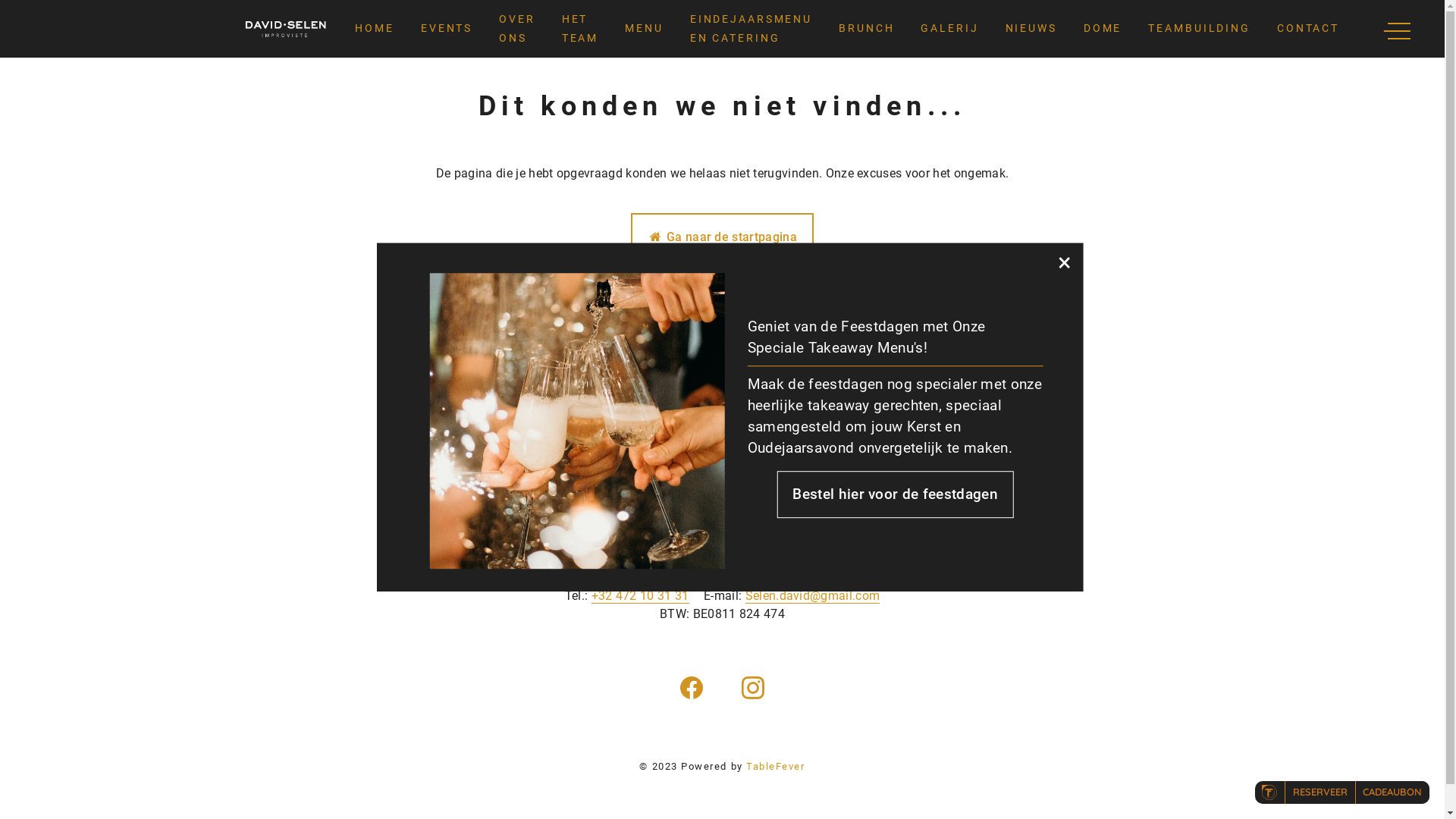 This screenshot has height=819, width=1456. Describe the element at coordinates (1005, 29) in the screenshot. I see `'NIEUWS'` at that location.